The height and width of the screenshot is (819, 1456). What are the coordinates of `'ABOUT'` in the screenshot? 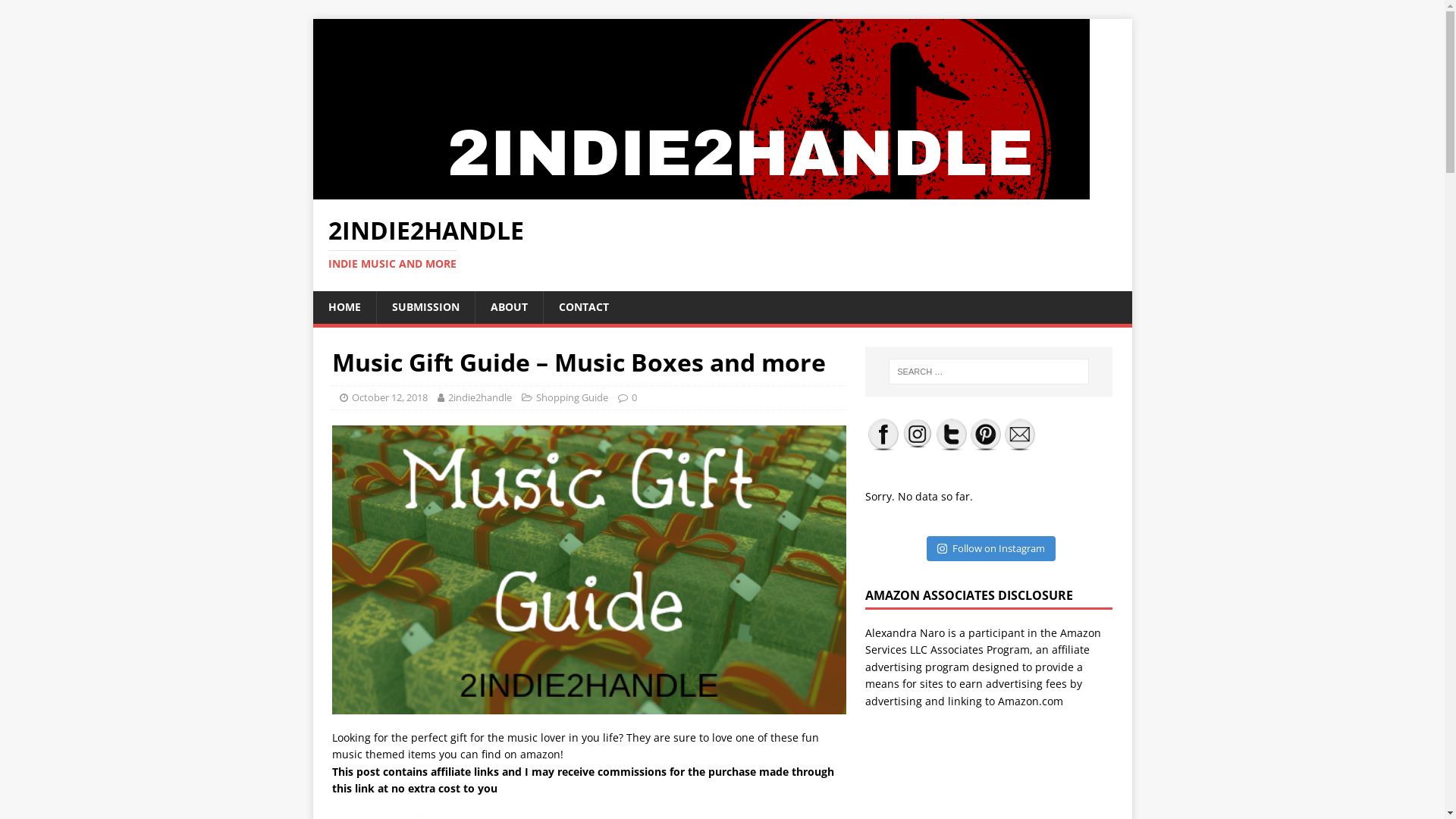 It's located at (509, 307).